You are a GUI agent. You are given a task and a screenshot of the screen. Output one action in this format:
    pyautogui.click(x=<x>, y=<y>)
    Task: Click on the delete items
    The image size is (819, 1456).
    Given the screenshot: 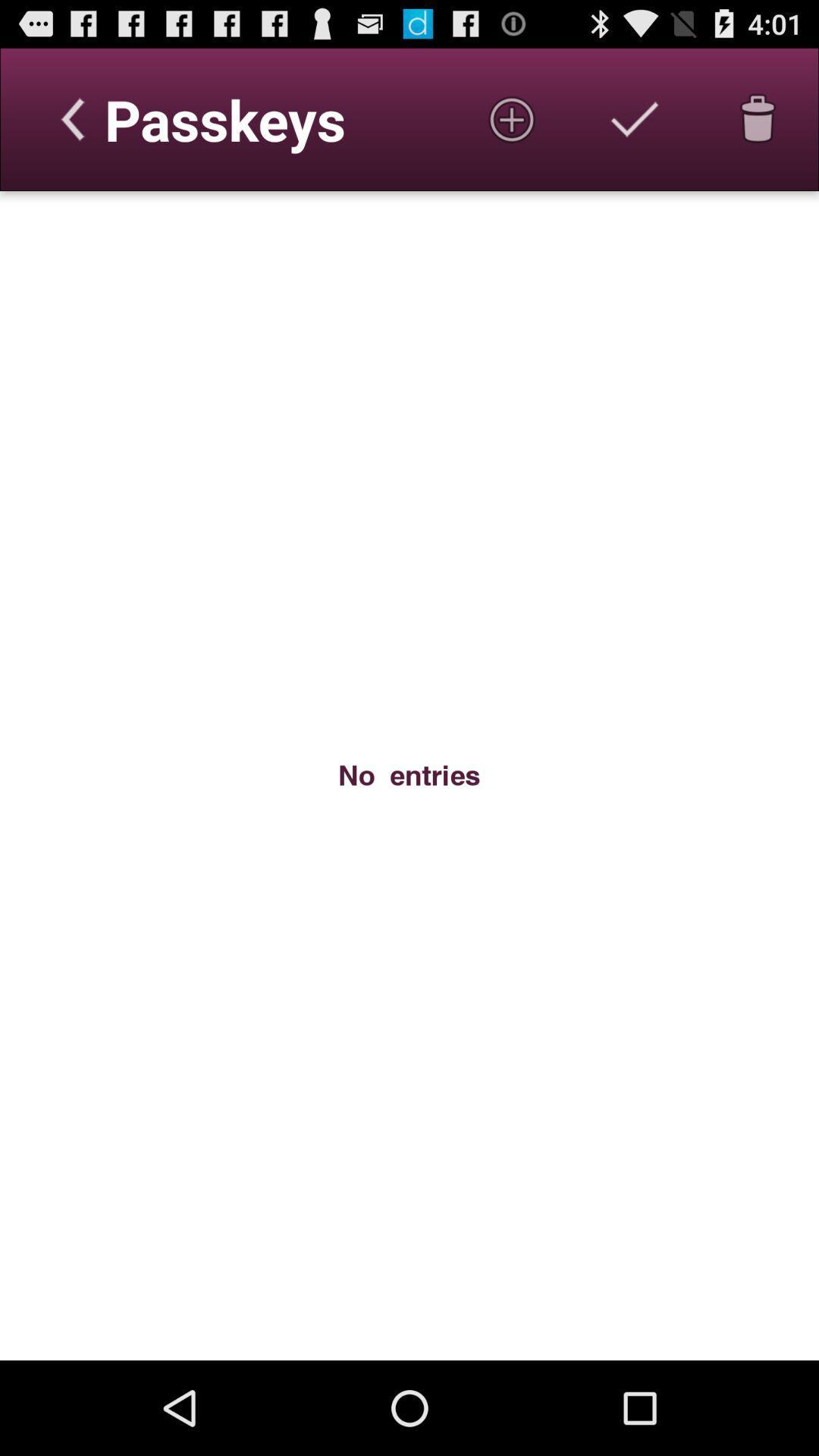 What is the action you would take?
    pyautogui.click(x=758, y=118)
    